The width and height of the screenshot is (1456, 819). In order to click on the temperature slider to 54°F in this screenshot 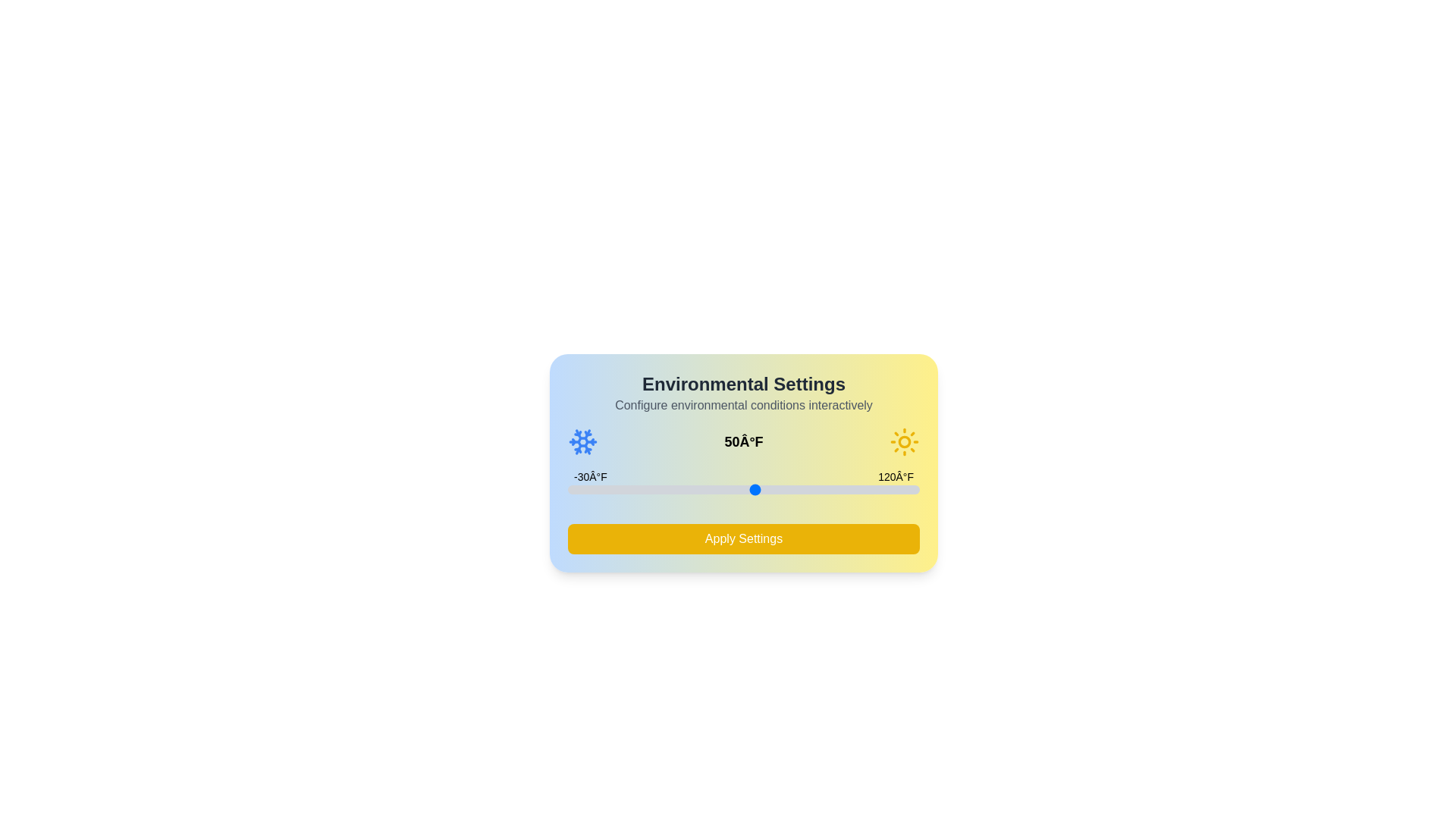, I will do `click(764, 489)`.